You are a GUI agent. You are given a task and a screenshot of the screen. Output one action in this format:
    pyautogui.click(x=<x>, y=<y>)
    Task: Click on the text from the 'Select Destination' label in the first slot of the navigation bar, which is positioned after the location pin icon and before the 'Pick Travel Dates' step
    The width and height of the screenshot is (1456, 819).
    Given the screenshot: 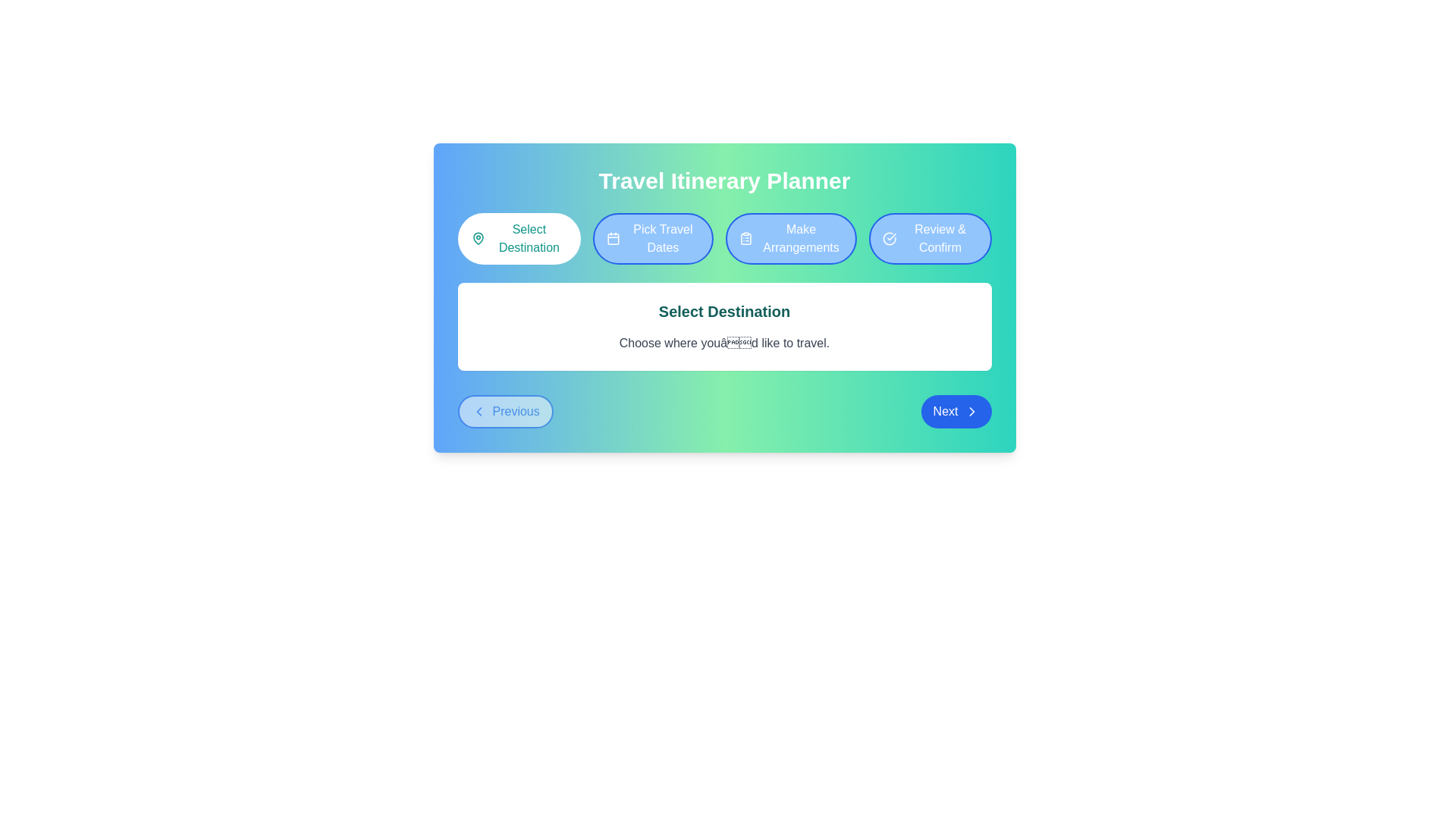 What is the action you would take?
    pyautogui.click(x=529, y=239)
    